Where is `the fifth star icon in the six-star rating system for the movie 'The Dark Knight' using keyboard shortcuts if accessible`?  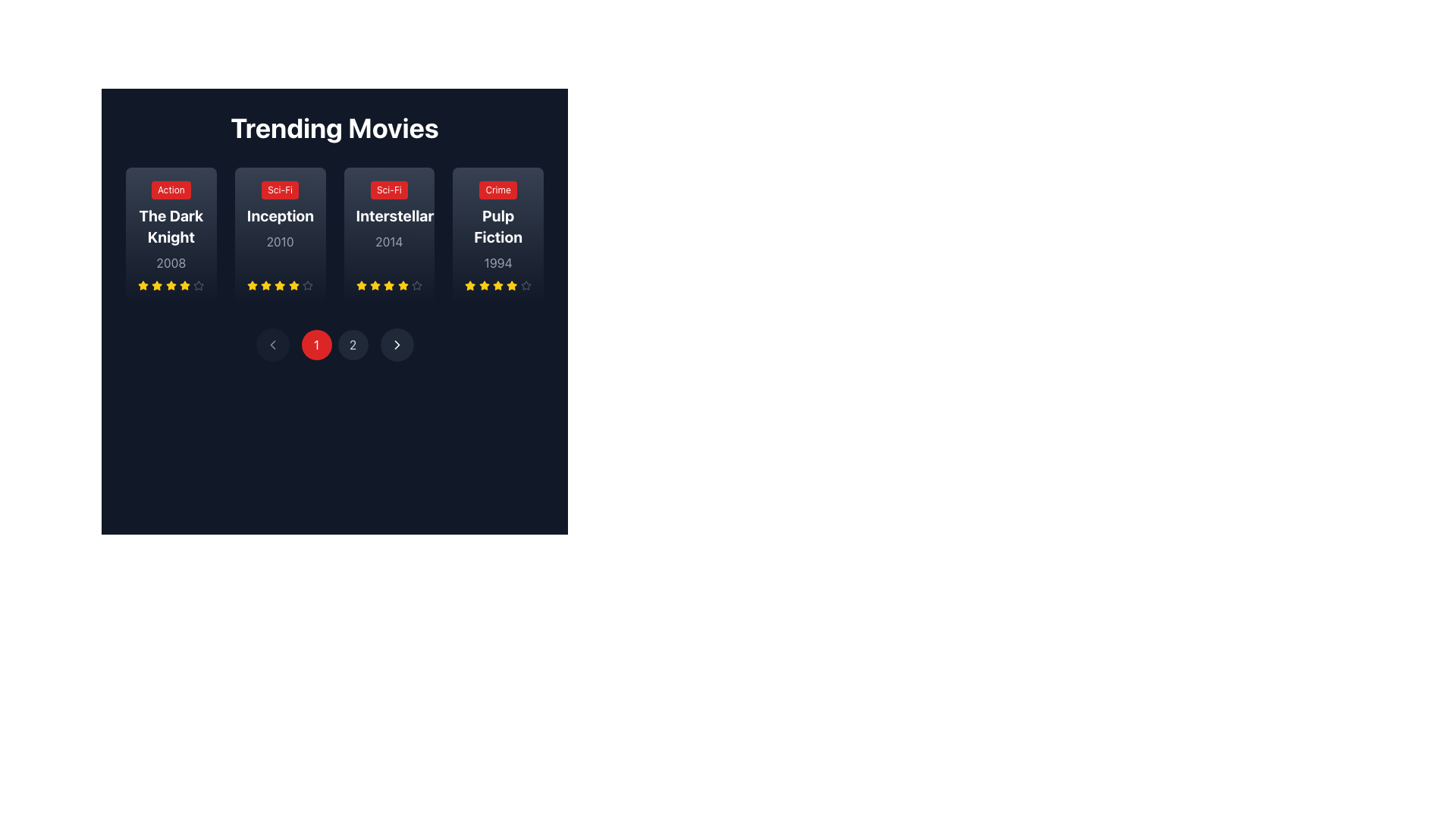 the fifth star icon in the six-star rating system for the movie 'The Dark Knight' using keyboard shortcuts if accessible is located at coordinates (184, 285).